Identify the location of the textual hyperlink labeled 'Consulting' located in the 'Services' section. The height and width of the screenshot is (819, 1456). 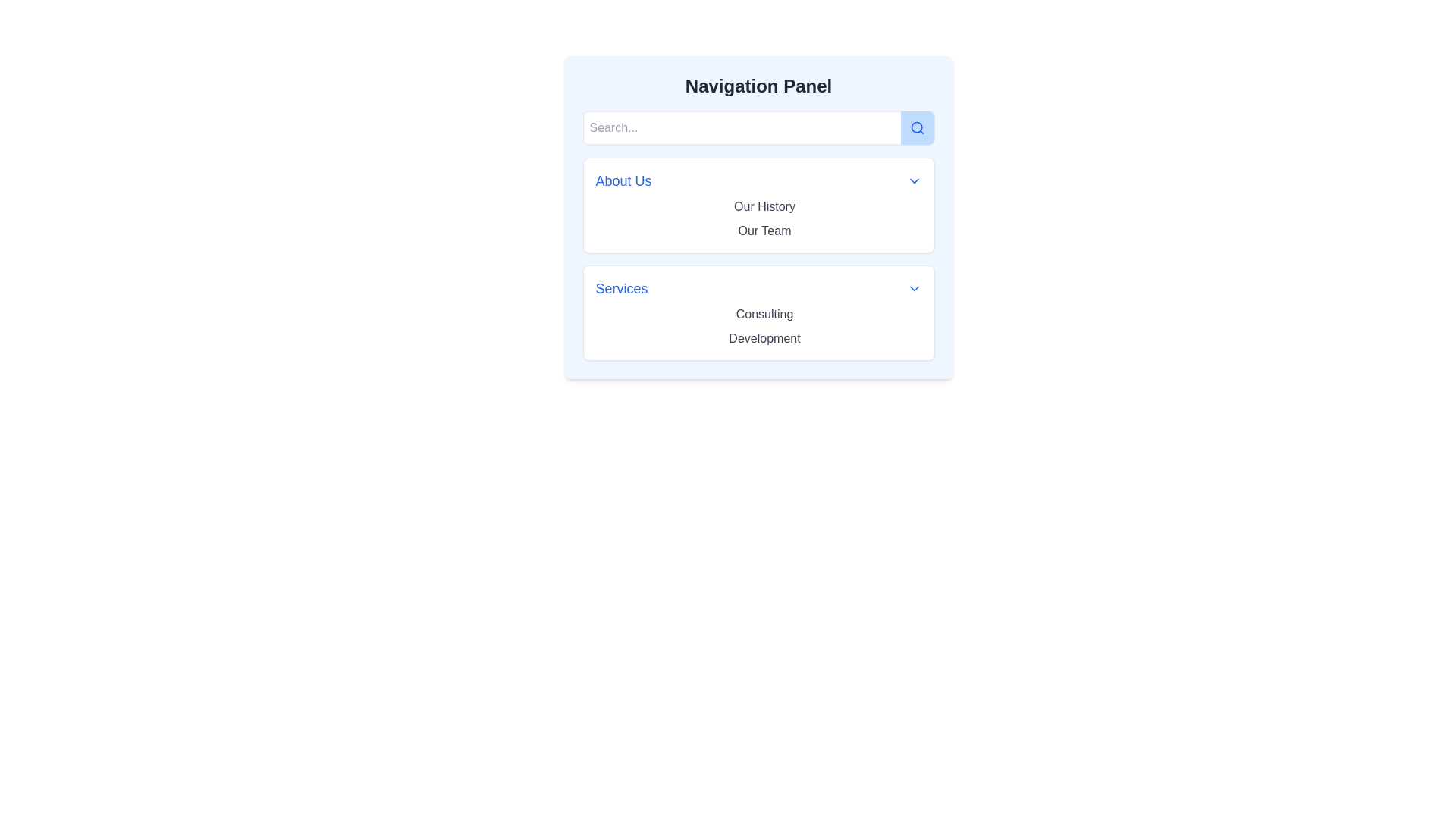
(764, 313).